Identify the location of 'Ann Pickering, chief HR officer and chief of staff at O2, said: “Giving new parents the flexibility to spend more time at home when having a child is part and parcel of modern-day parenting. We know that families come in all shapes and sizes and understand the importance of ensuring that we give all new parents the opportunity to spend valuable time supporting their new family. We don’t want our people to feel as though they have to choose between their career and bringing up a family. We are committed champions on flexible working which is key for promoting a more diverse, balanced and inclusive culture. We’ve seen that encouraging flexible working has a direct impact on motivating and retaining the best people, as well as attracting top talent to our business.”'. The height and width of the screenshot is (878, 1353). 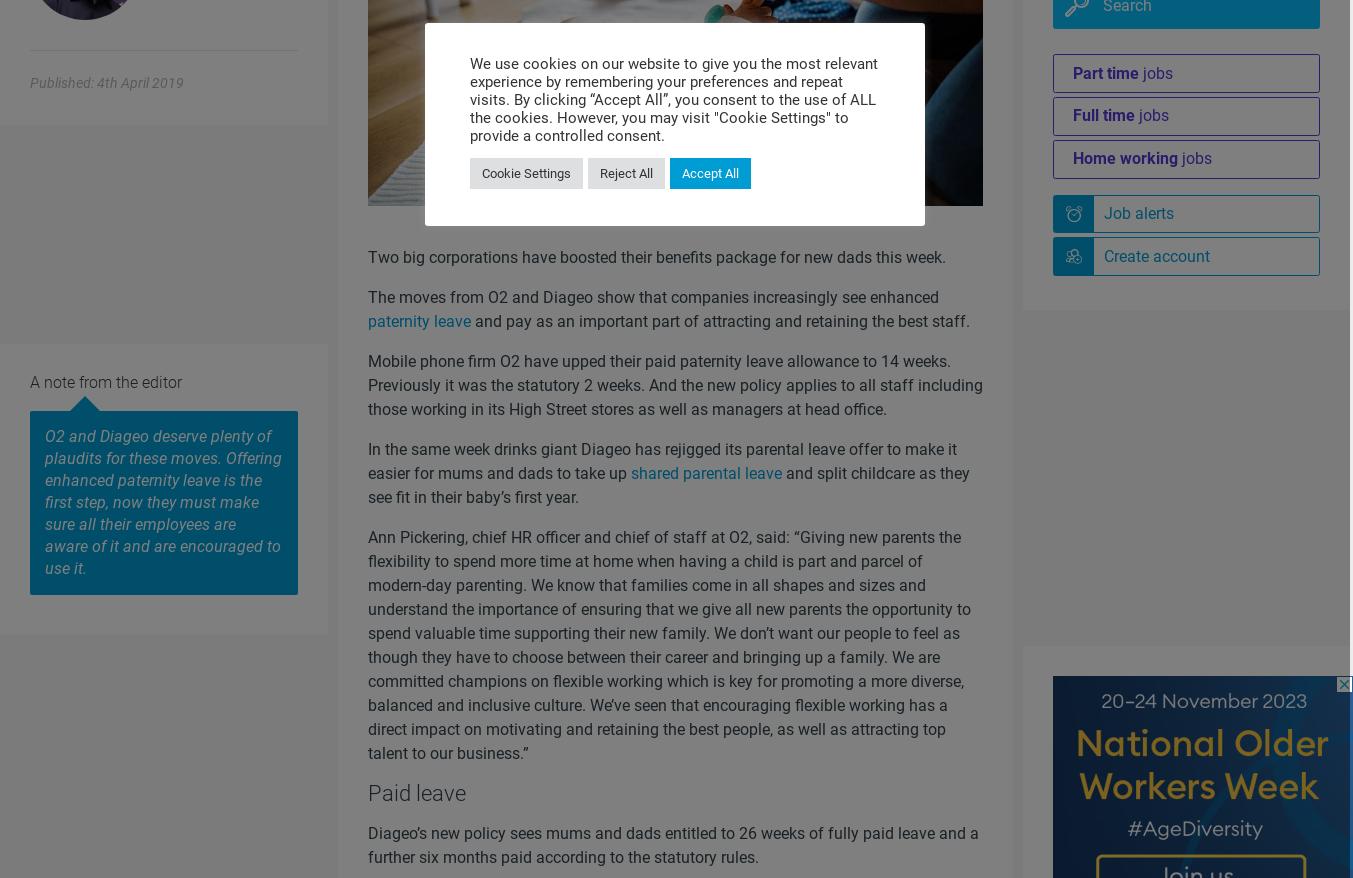
(667, 644).